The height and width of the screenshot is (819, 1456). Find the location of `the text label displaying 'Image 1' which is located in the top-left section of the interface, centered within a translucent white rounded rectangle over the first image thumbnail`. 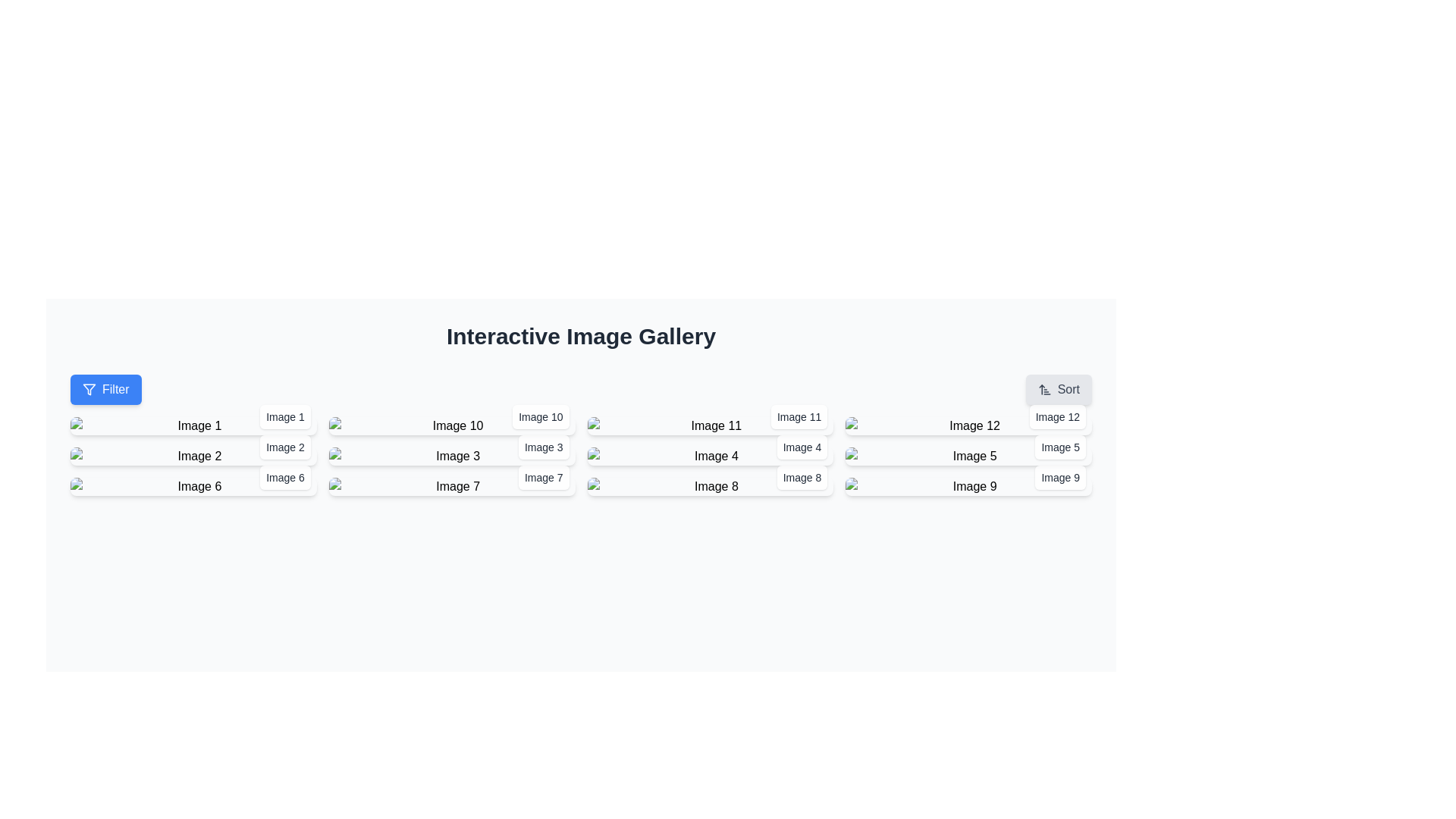

the text label displaying 'Image 1' which is located in the top-left section of the interface, centered within a translucent white rounded rectangle over the first image thumbnail is located at coordinates (285, 417).